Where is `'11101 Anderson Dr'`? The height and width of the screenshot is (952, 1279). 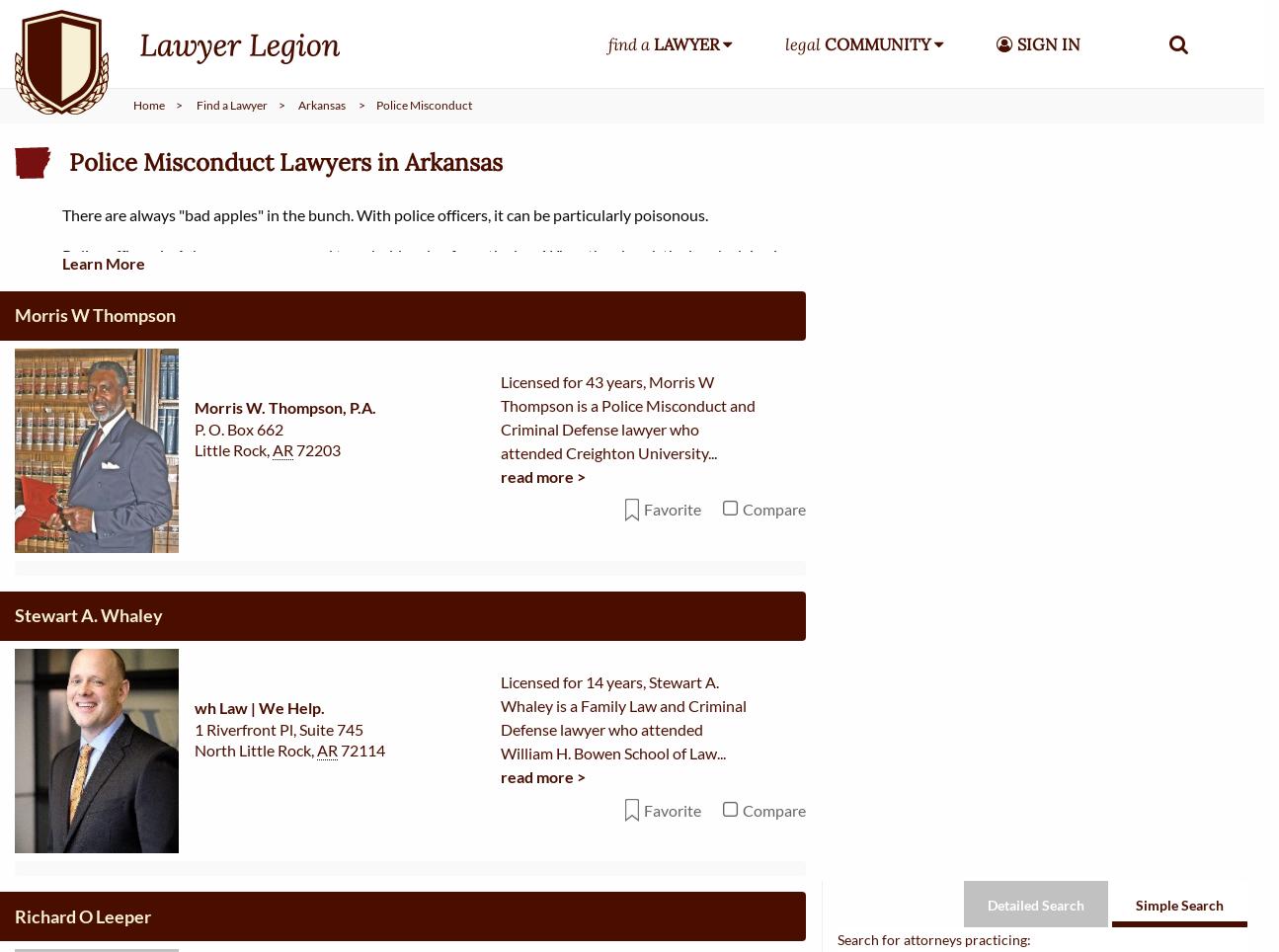
'11101 Anderson Dr' is located at coordinates (263, 939).